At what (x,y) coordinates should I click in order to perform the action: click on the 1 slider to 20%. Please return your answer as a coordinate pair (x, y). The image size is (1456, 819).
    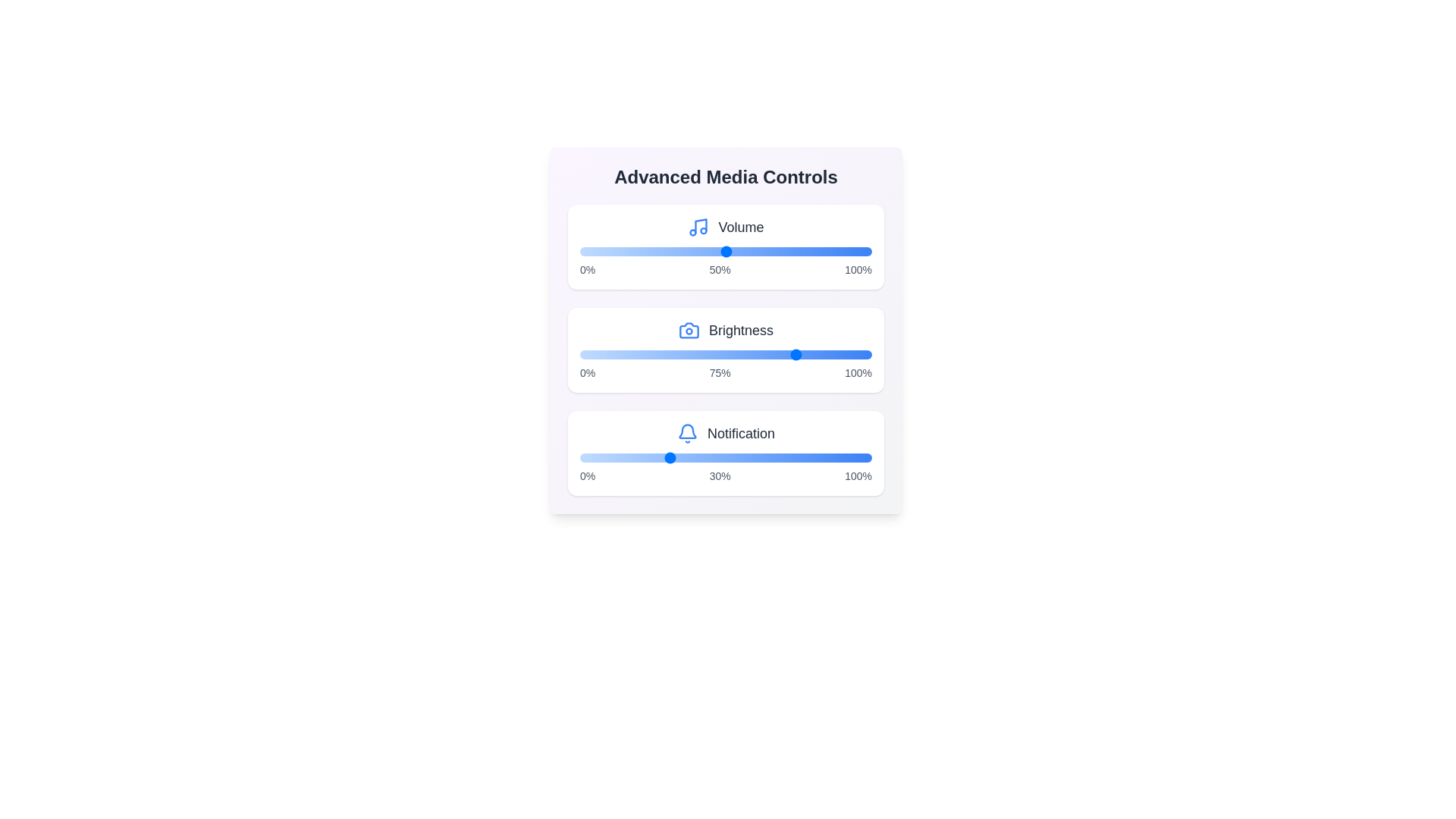
    Looking at the image, I should click on (638, 354).